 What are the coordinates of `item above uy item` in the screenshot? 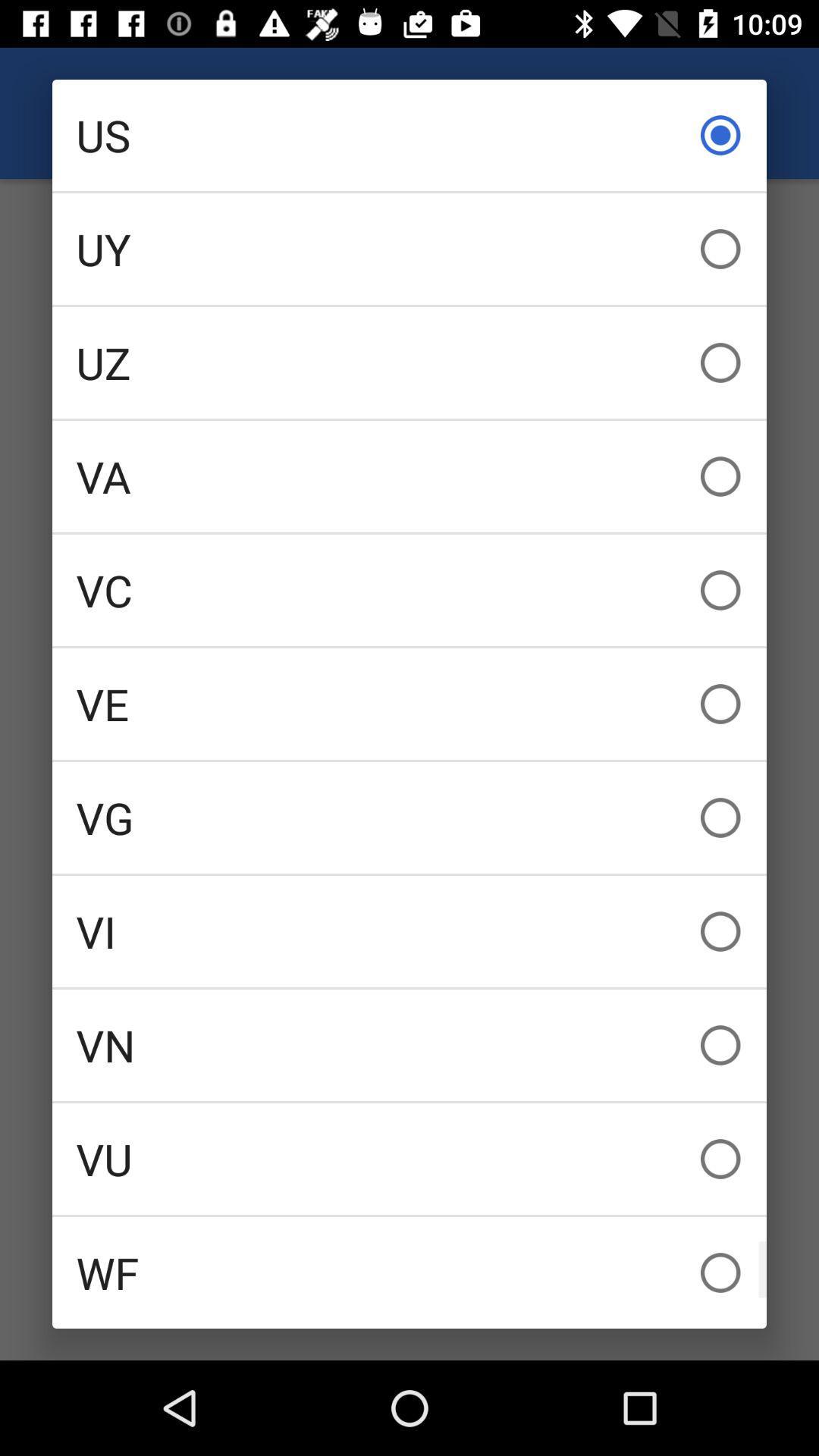 It's located at (409, 135).